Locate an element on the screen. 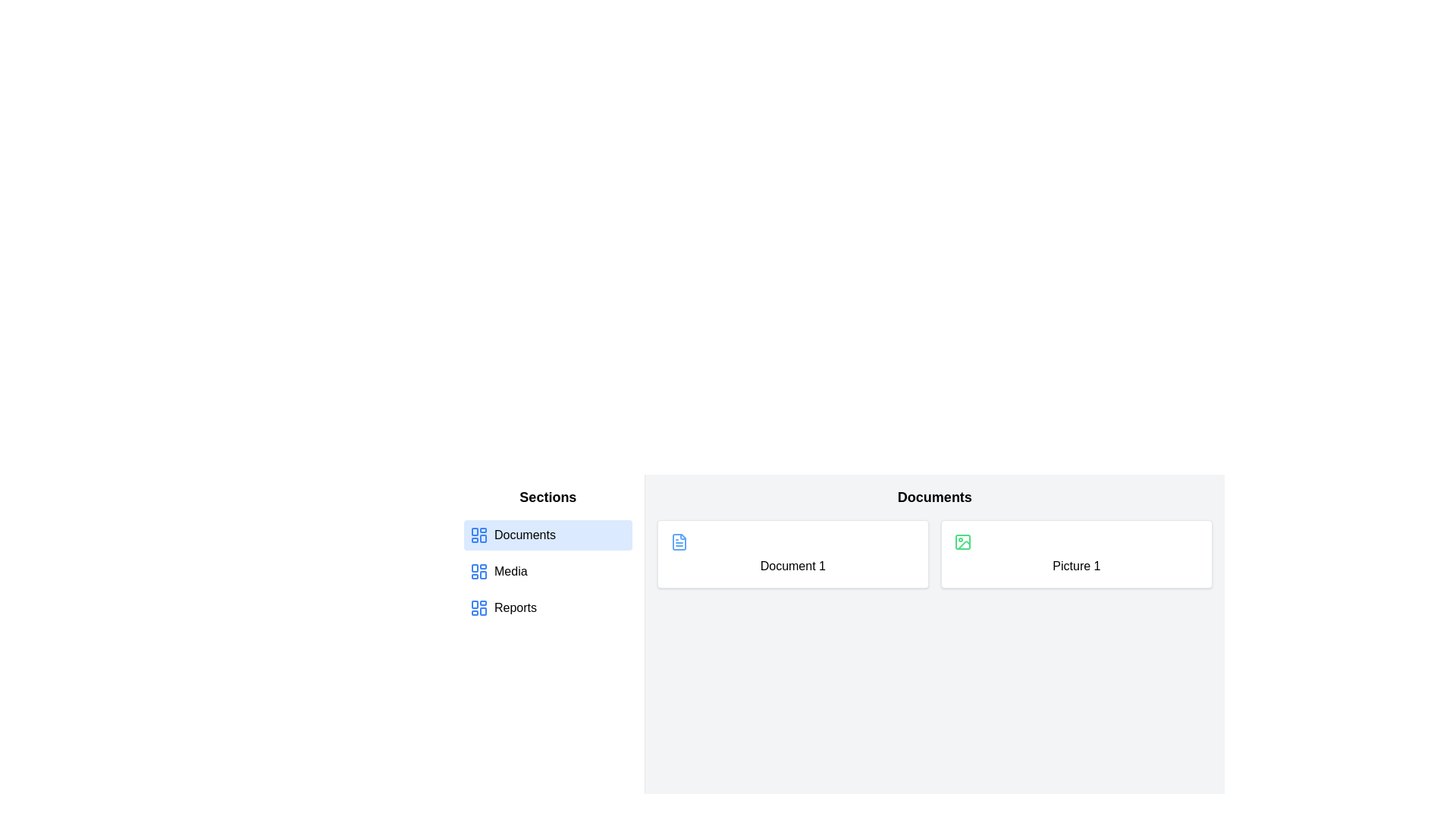  the 'Reports' text label in the vertical navigation menu, which is the third navigation item below 'Documents' and 'Media' is located at coordinates (516, 607).